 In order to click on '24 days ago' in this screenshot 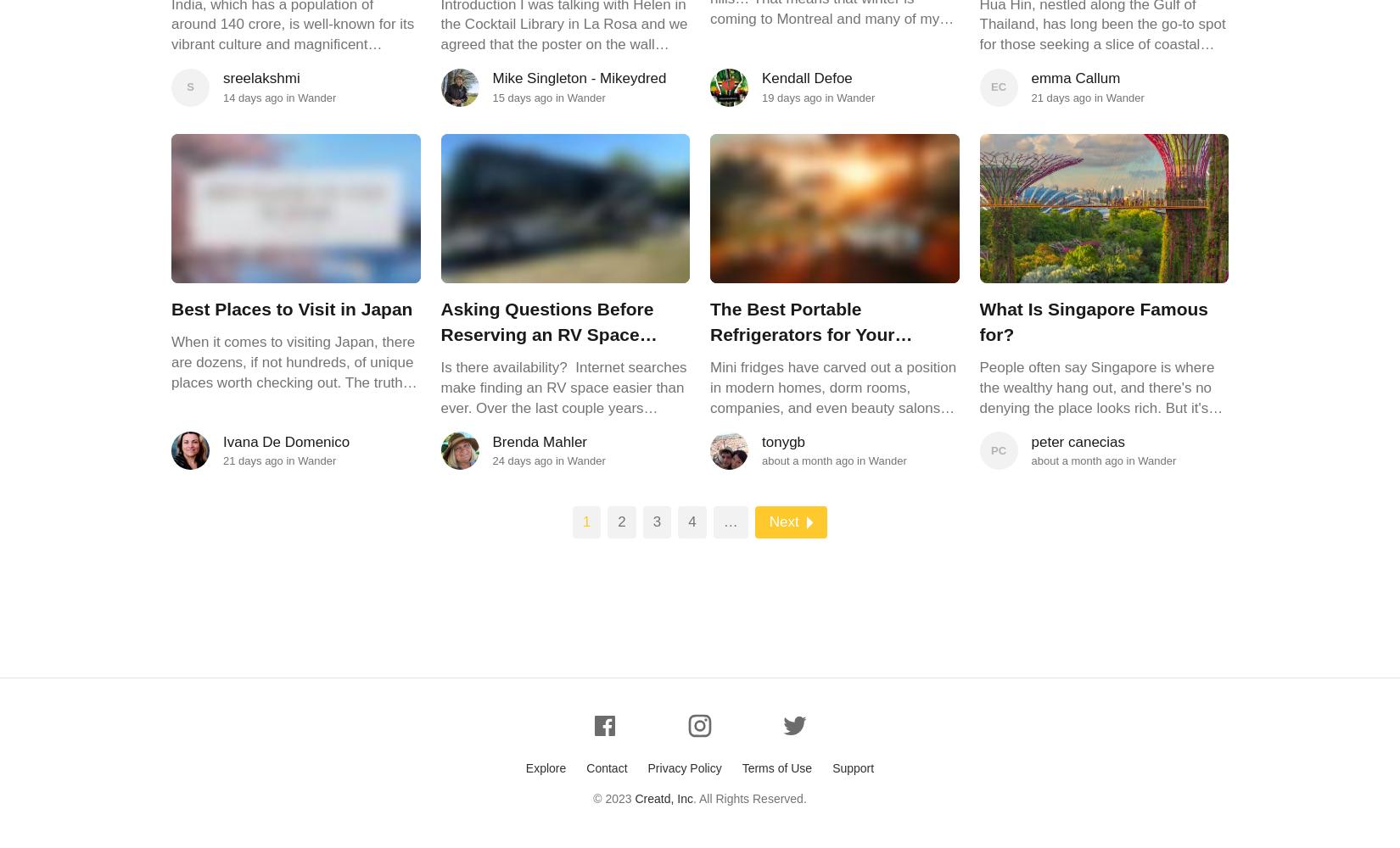, I will do `click(521, 460)`.